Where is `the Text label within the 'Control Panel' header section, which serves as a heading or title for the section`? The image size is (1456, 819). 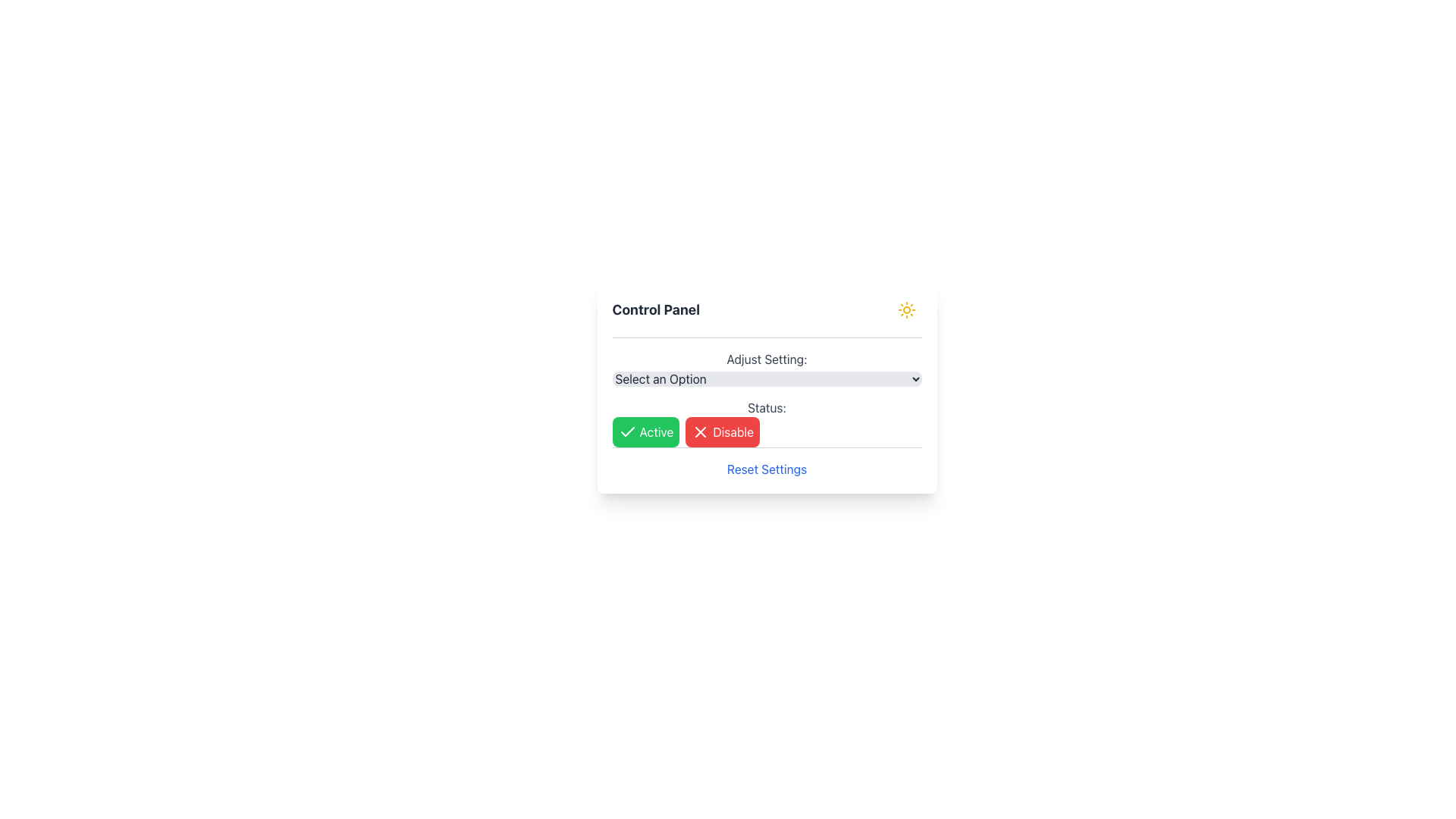
the Text label within the 'Control Panel' header section, which serves as a heading or title for the section is located at coordinates (656, 309).